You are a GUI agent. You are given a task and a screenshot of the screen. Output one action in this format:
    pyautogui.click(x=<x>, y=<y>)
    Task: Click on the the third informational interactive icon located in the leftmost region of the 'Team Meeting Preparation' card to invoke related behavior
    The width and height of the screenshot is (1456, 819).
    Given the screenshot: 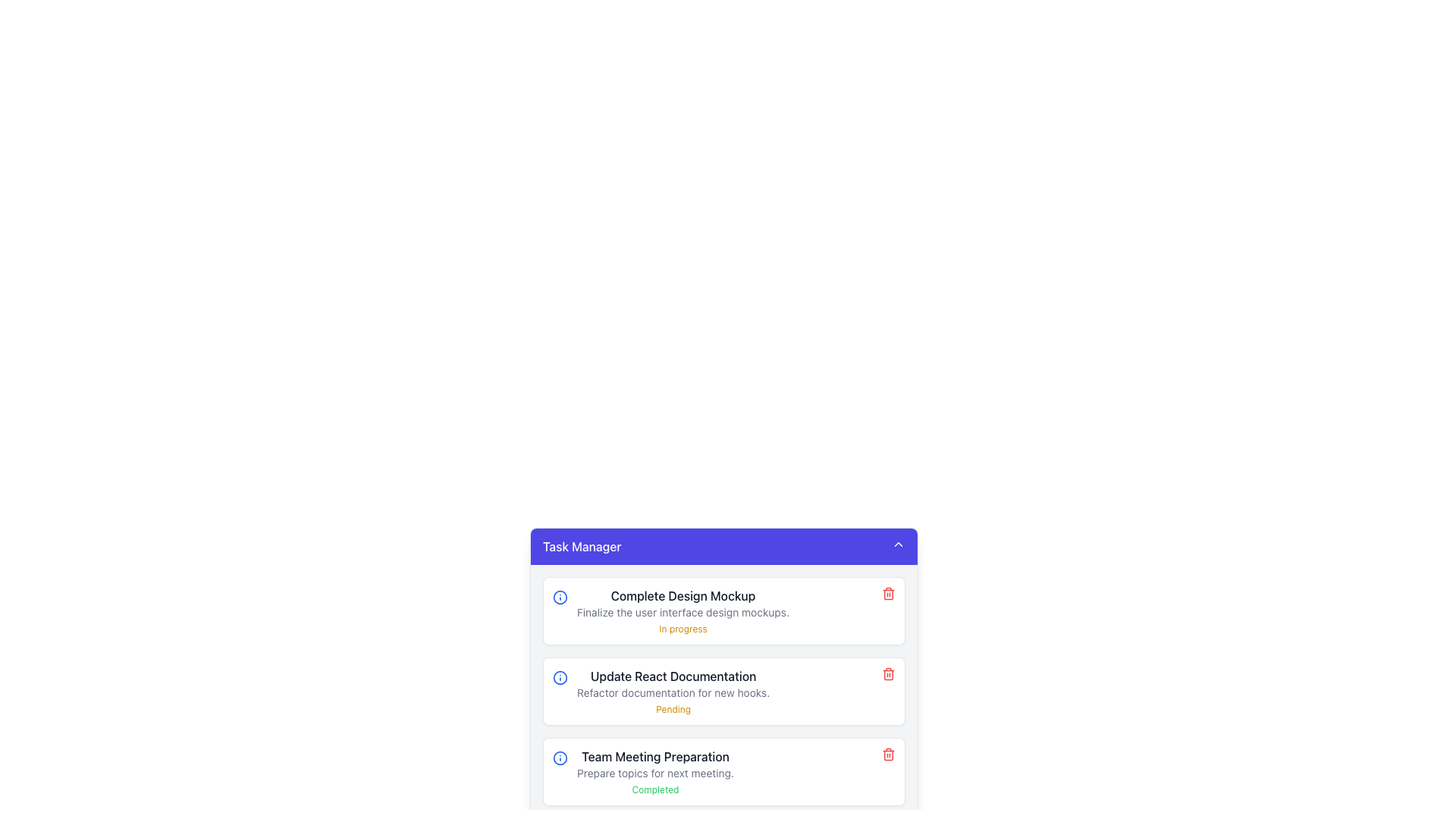 What is the action you would take?
    pyautogui.click(x=560, y=758)
    